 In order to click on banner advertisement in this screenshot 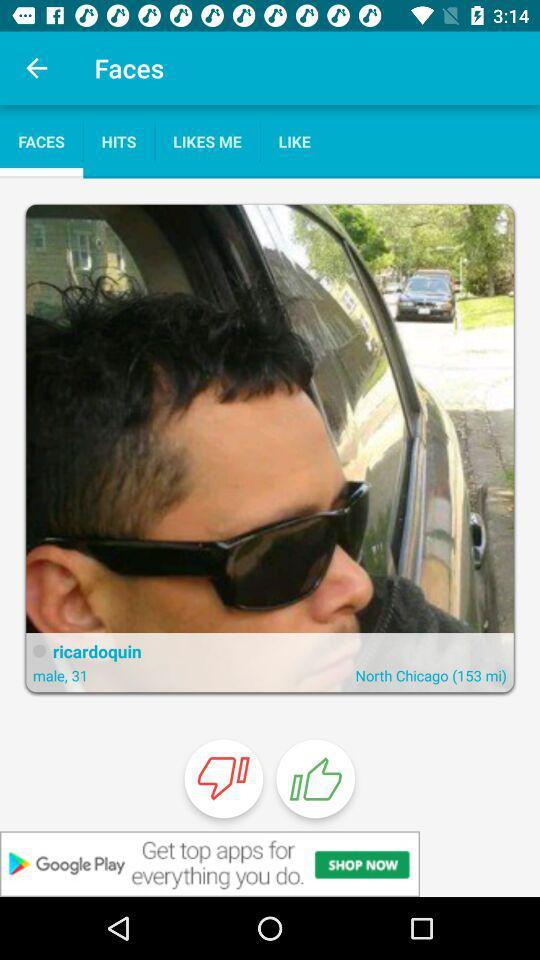, I will do `click(270, 863)`.